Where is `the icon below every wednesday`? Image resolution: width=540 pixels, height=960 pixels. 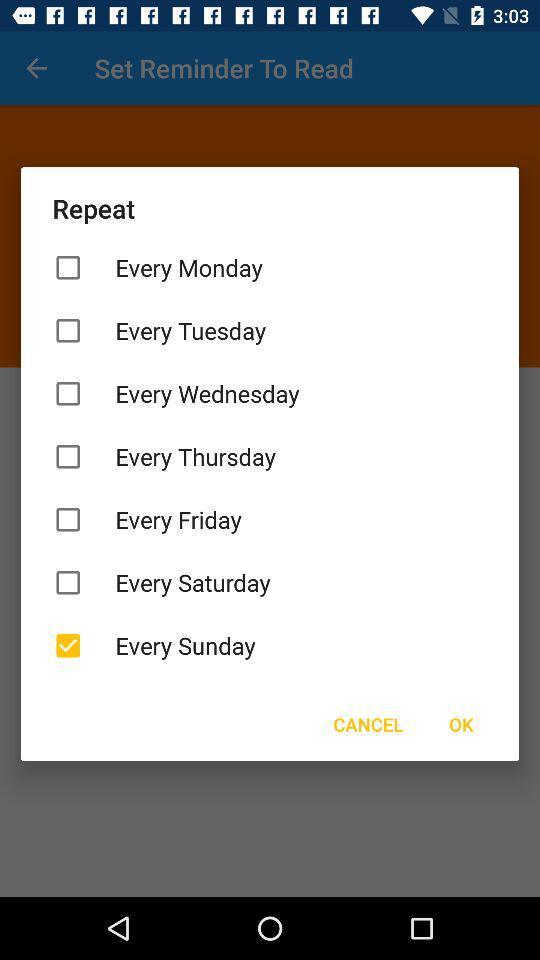 the icon below every wednesday is located at coordinates (270, 456).